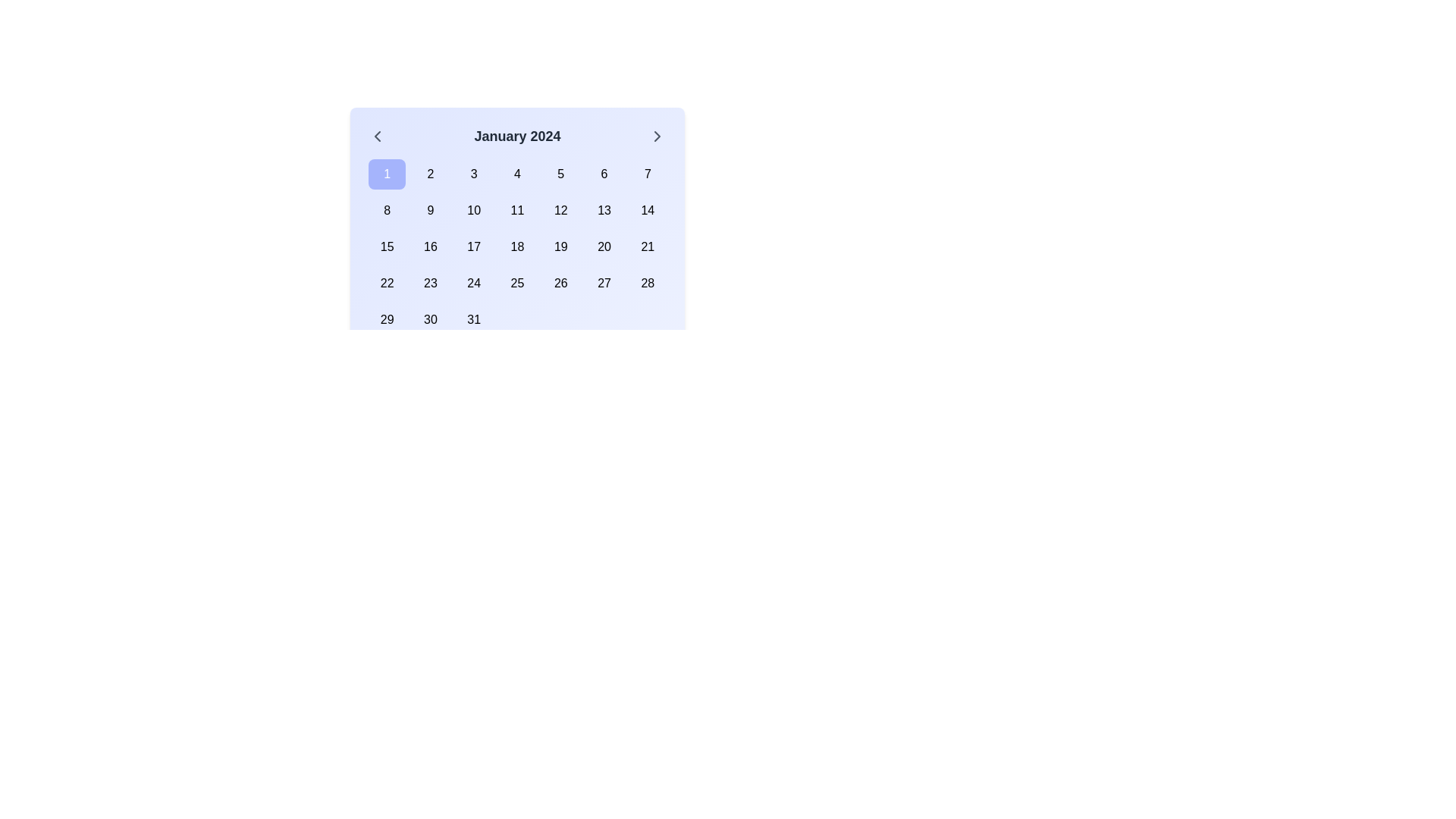 Image resolution: width=1456 pixels, height=819 pixels. I want to click on the button representing the date '12' in the January 2024 calendar view, so click(560, 210).